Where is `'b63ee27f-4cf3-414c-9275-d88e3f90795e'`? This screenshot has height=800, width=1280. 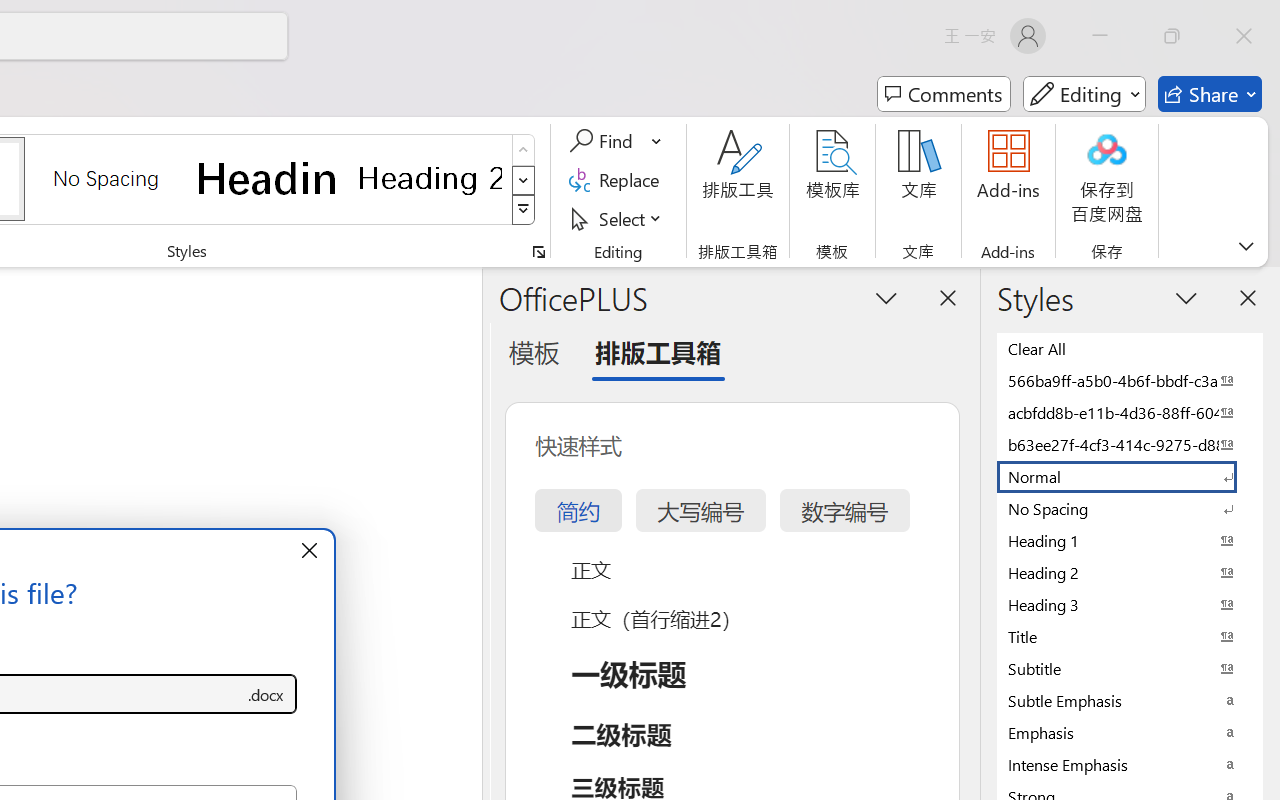 'b63ee27f-4cf3-414c-9275-d88e3f90795e' is located at coordinates (1130, 443).